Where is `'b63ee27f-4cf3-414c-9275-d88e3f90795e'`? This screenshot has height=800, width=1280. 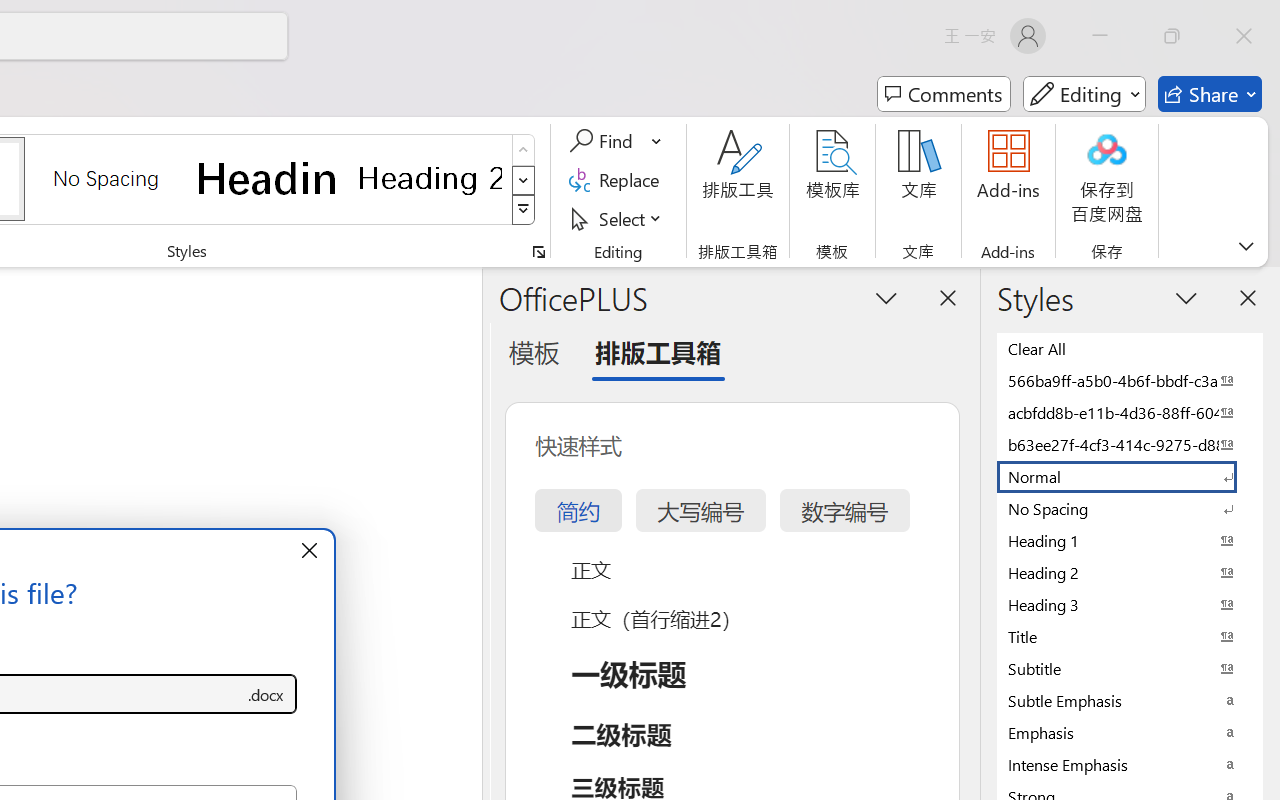 'b63ee27f-4cf3-414c-9275-d88e3f90795e' is located at coordinates (1130, 443).